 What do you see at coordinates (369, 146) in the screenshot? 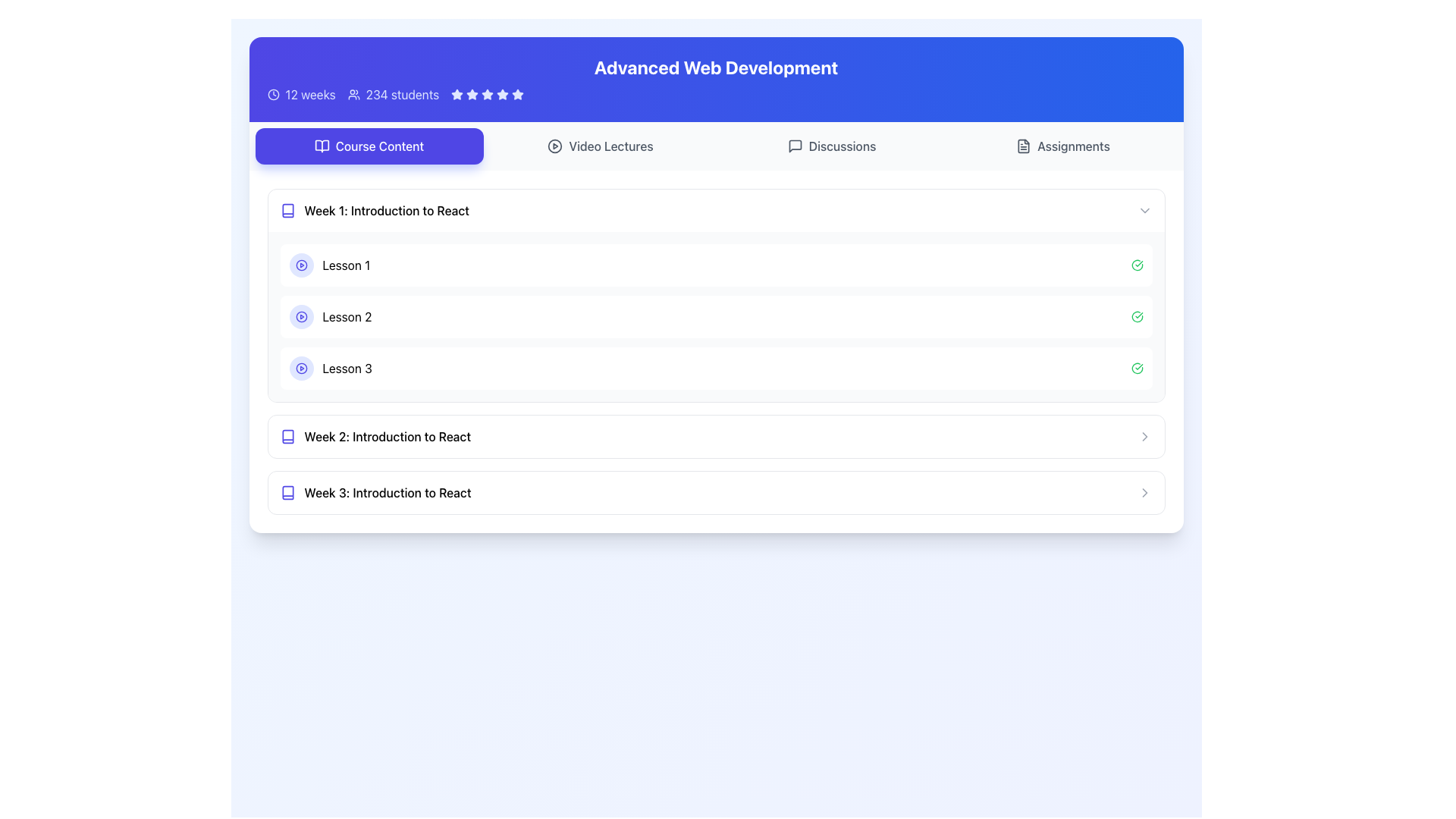
I see `the 'Course Content' button, which has an open book icon and is located on the leftmost end of the horizontal menu bar` at bounding box center [369, 146].